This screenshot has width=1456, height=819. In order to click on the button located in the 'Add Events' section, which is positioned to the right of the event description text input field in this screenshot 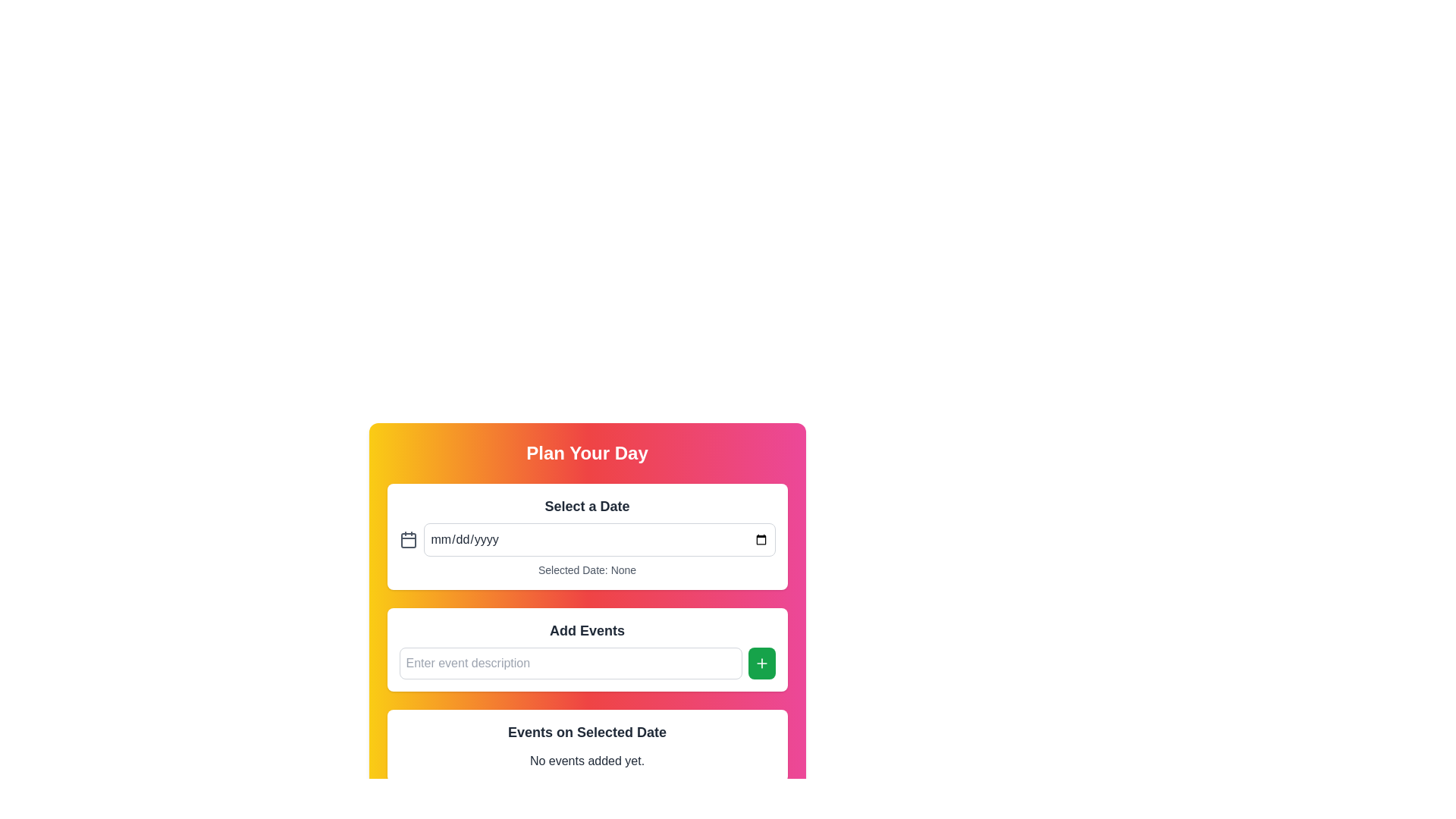, I will do `click(761, 663)`.